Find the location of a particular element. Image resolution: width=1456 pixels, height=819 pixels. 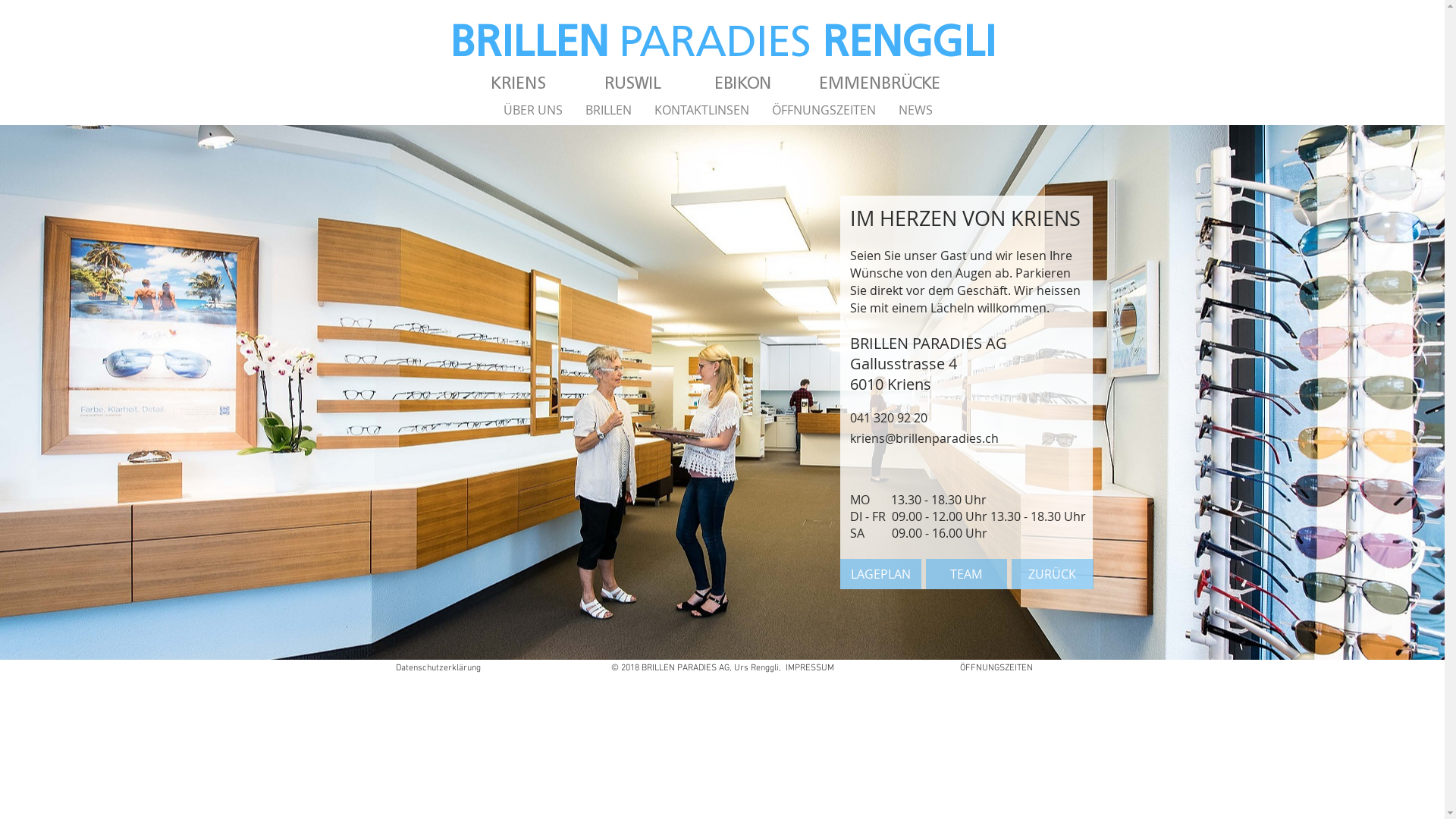

'041 320 92 20 ' is located at coordinates (889, 416).